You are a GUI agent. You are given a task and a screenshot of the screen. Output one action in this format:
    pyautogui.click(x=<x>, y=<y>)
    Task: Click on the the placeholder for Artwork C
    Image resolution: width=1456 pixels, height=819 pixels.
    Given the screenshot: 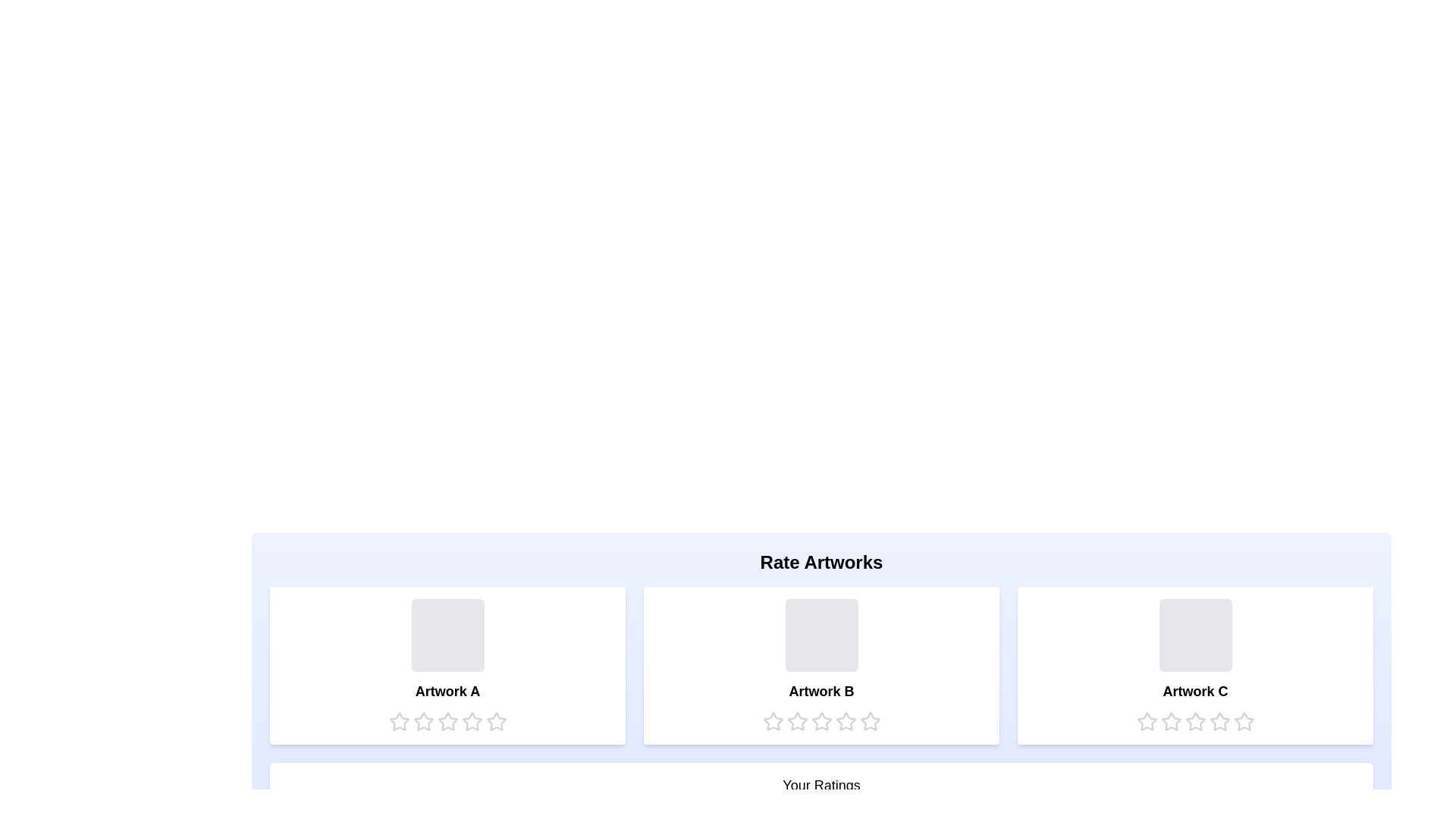 What is the action you would take?
    pyautogui.click(x=1194, y=635)
    